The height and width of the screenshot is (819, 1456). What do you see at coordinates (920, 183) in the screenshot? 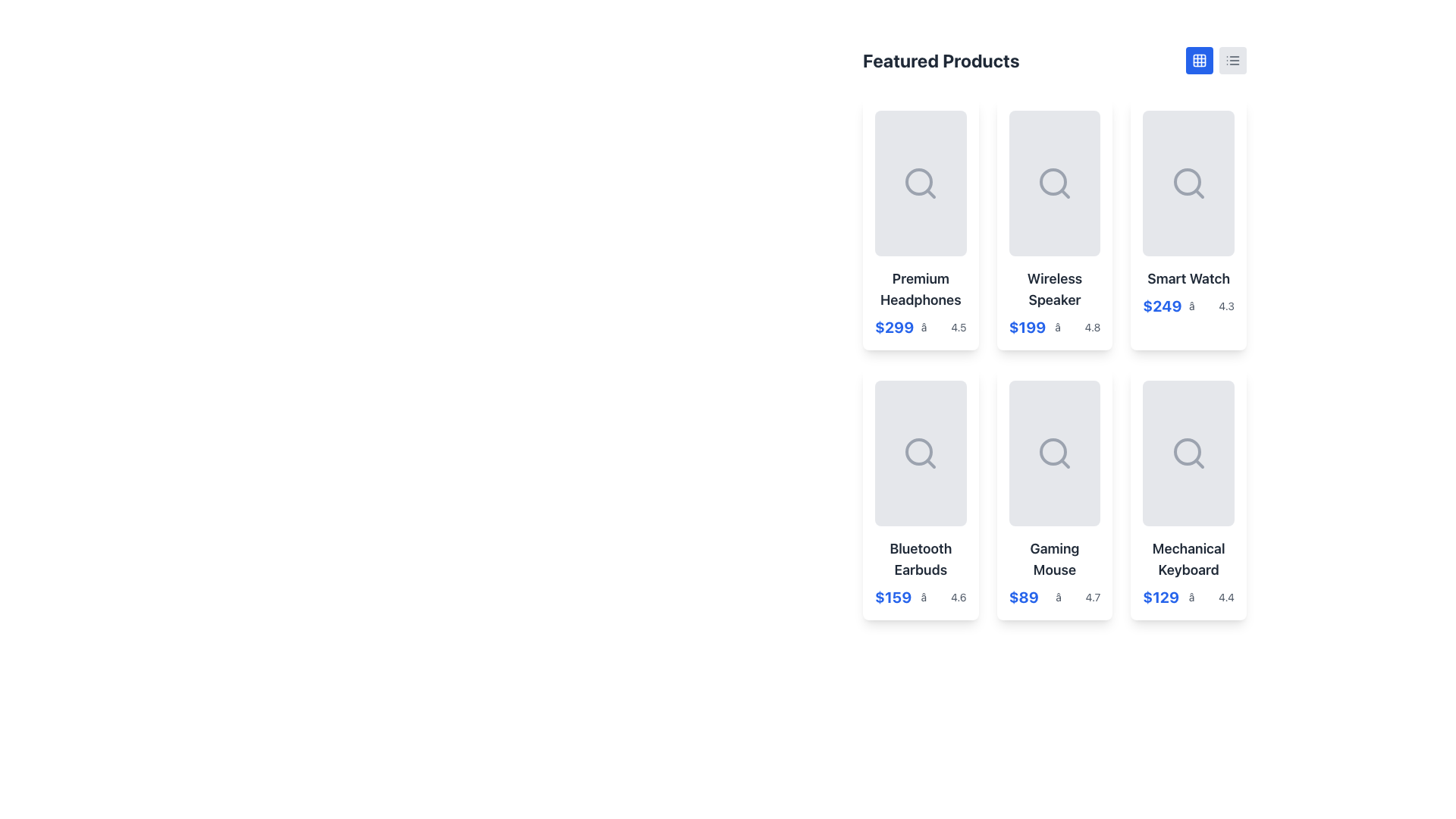
I see `the search icon located in the first product card under 'Featured Products' to interact with it` at bounding box center [920, 183].